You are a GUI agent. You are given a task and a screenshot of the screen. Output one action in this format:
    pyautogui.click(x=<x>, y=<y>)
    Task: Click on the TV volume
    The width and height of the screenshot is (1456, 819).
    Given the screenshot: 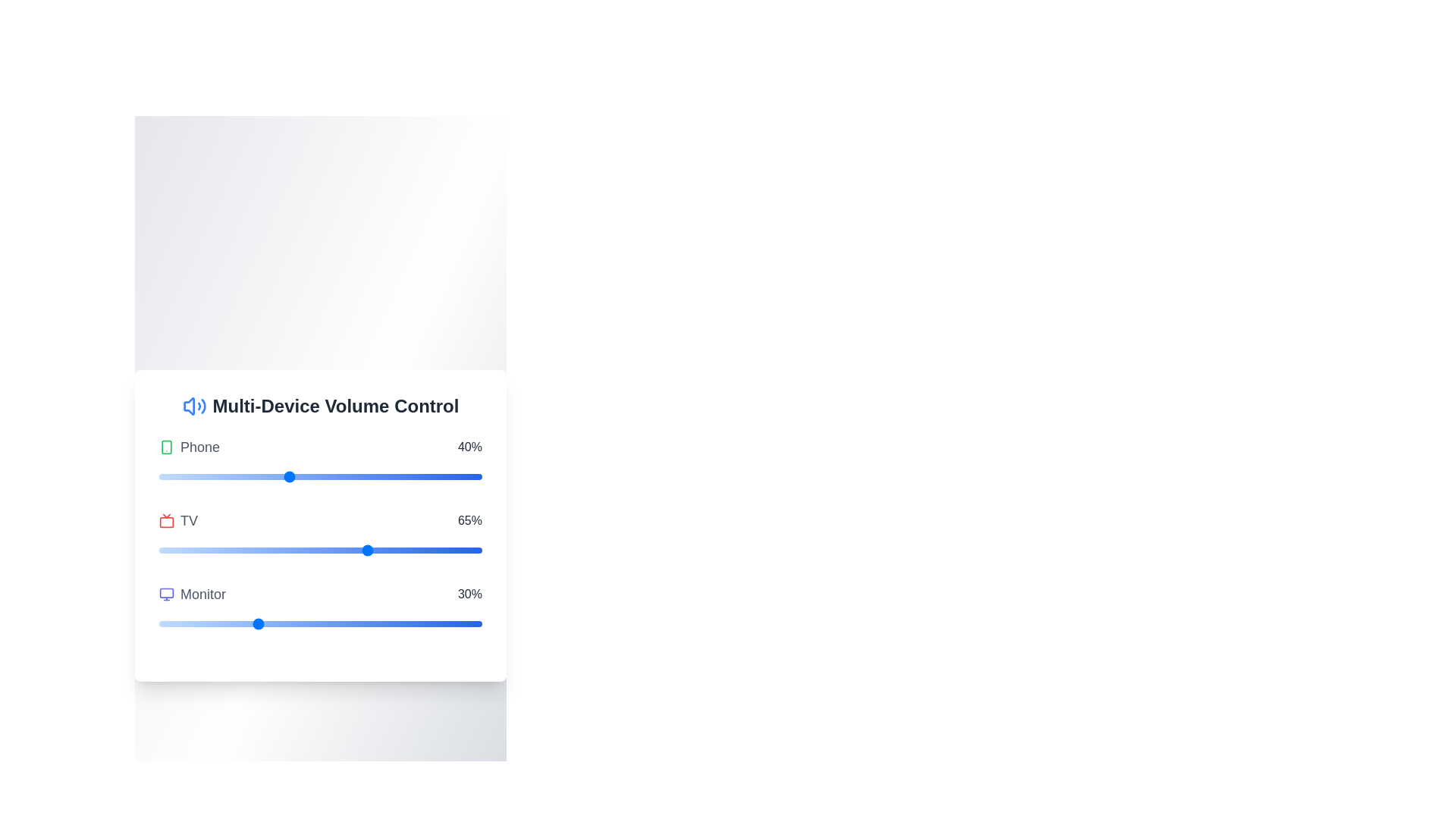 What is the action you would take?
    pyautogui.click(x=429, y=550)
    